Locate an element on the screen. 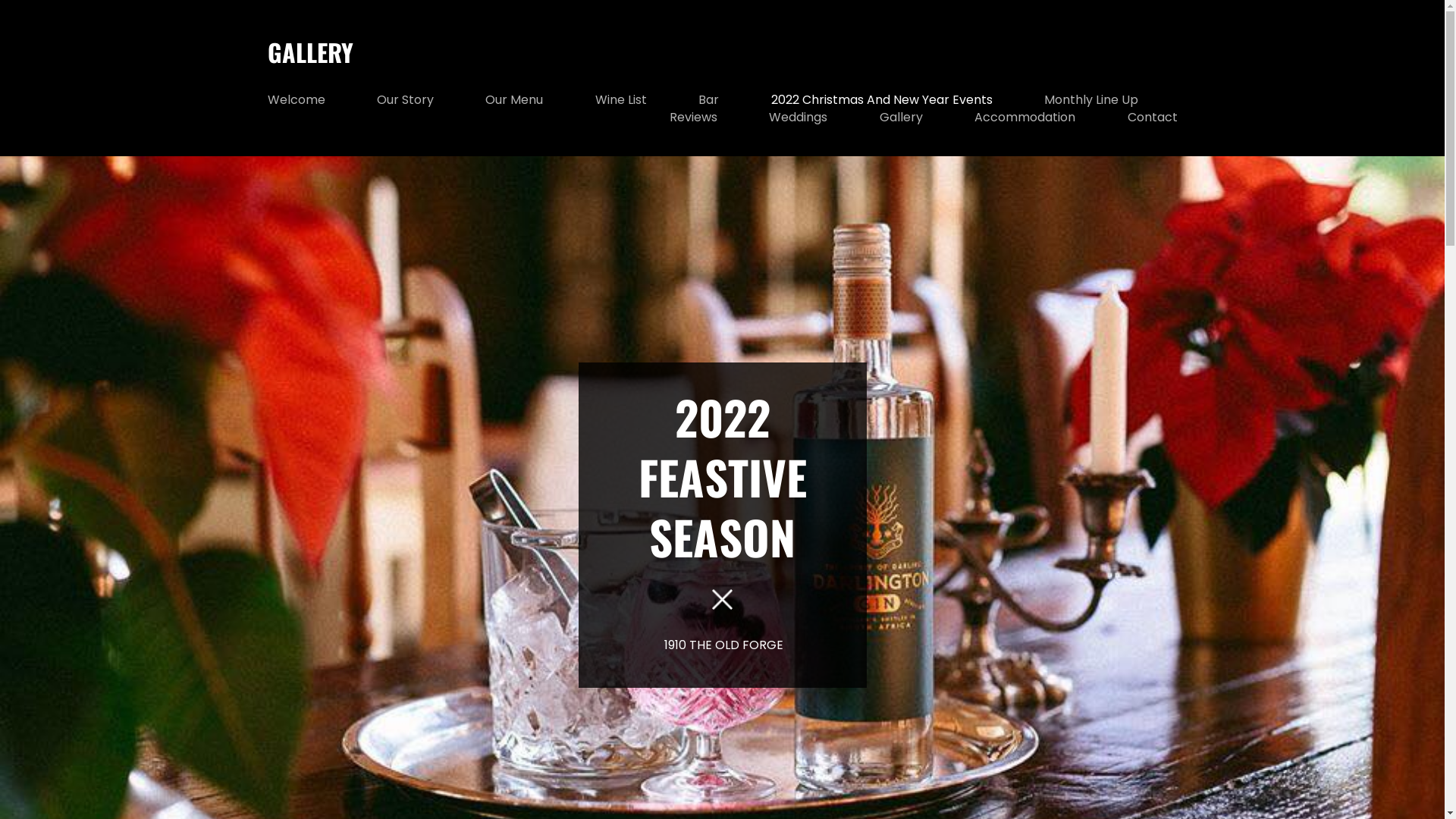  'Weddings' is located at coordinates (797, 116).